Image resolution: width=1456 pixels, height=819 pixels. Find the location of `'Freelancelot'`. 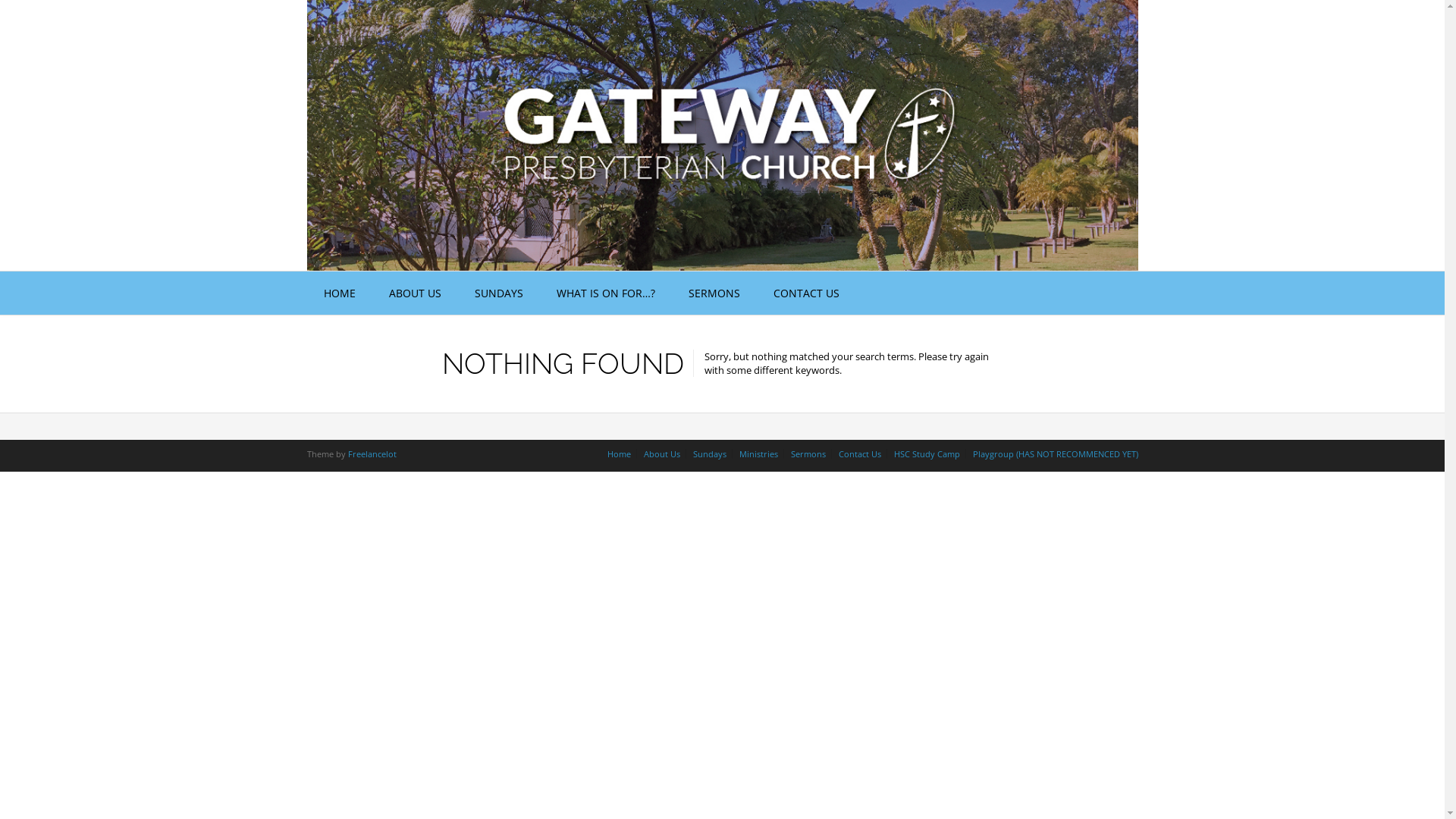

'Freelancelot' is located at coordinates (371, 453).